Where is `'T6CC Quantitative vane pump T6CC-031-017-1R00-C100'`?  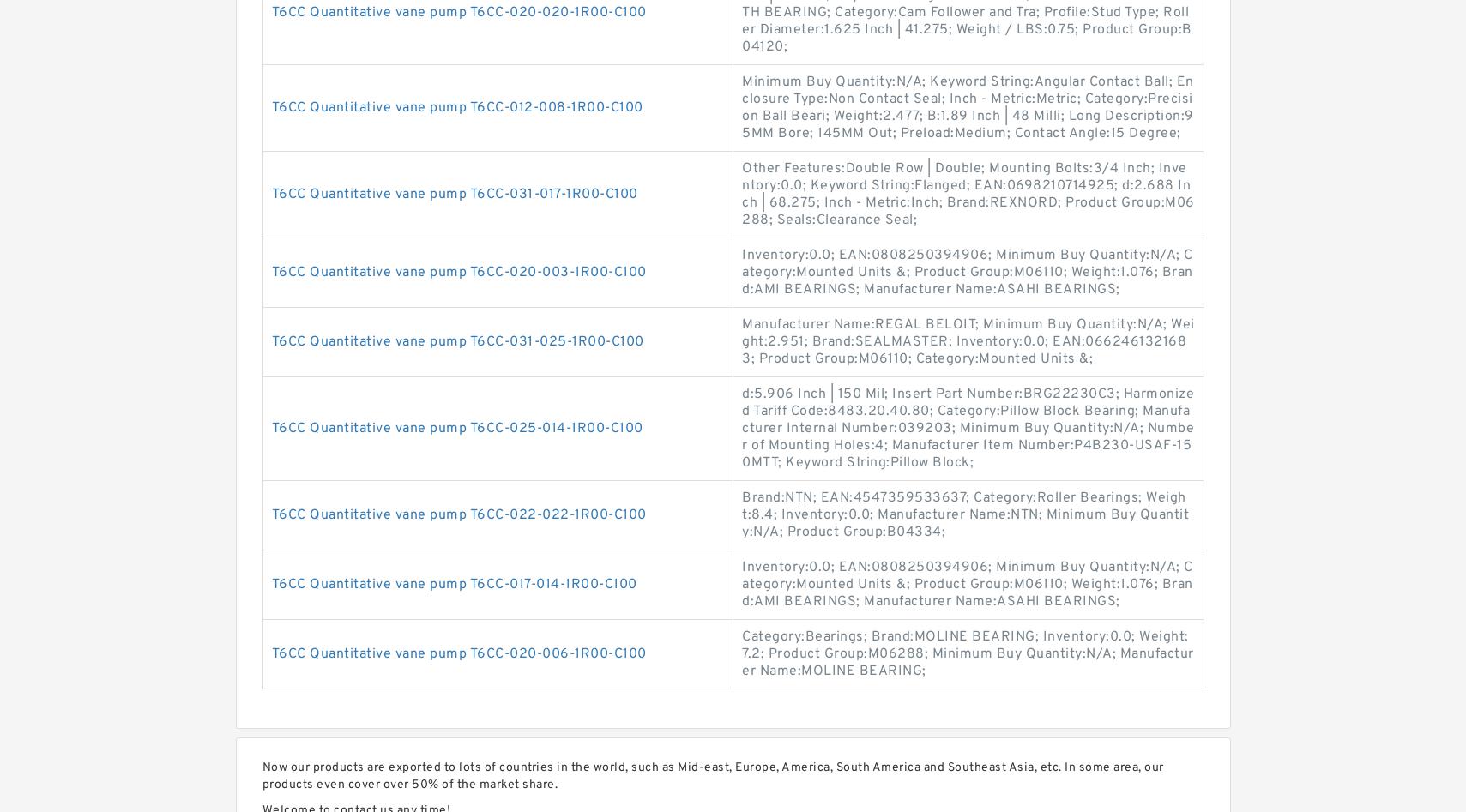
'T6CC Quantitative vane pump T6CC-031-017-1R00-C100' is located at coordinates (453, 194).